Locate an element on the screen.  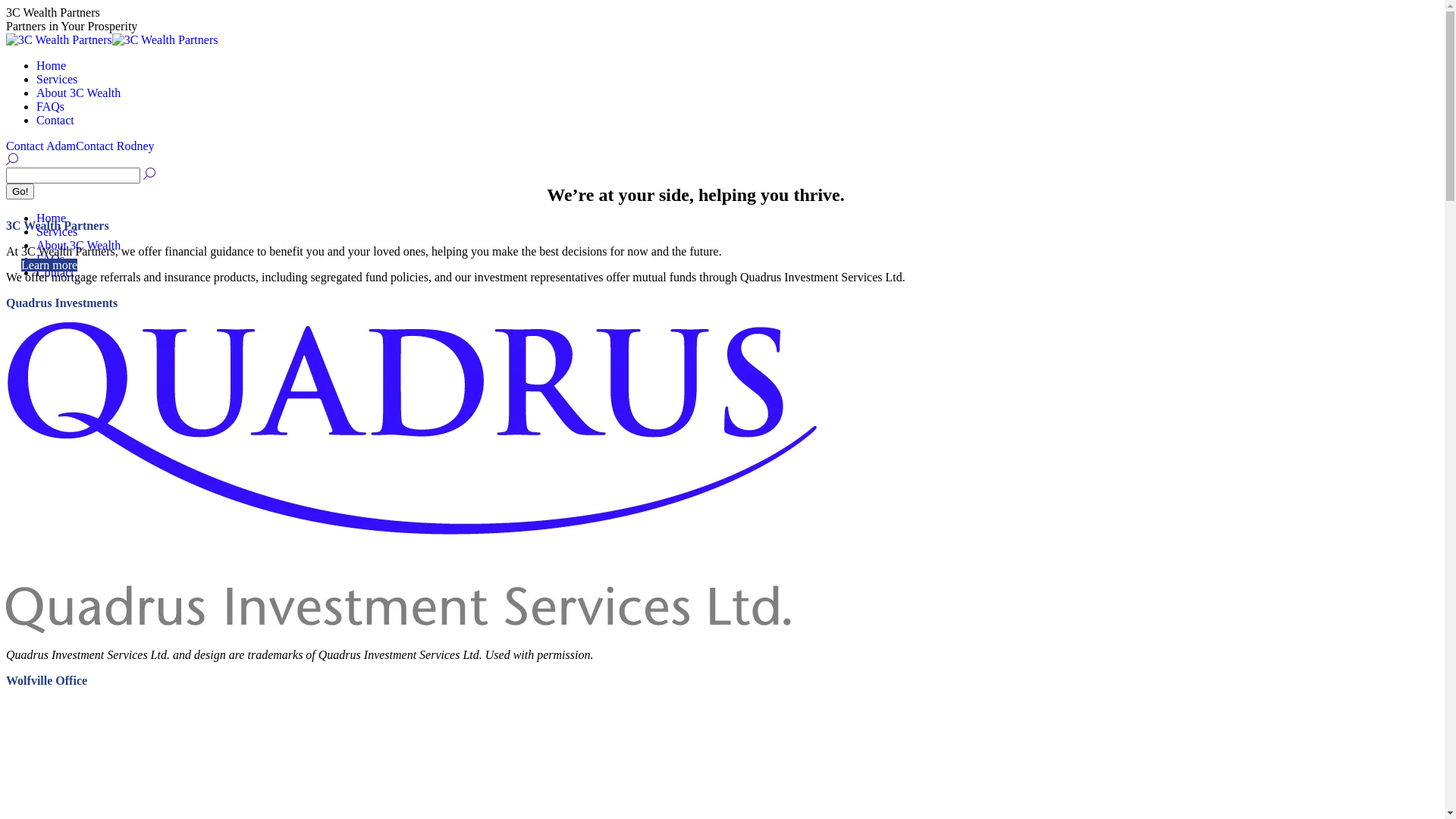
'Contact Adam' is located at coordinates (40, 146).